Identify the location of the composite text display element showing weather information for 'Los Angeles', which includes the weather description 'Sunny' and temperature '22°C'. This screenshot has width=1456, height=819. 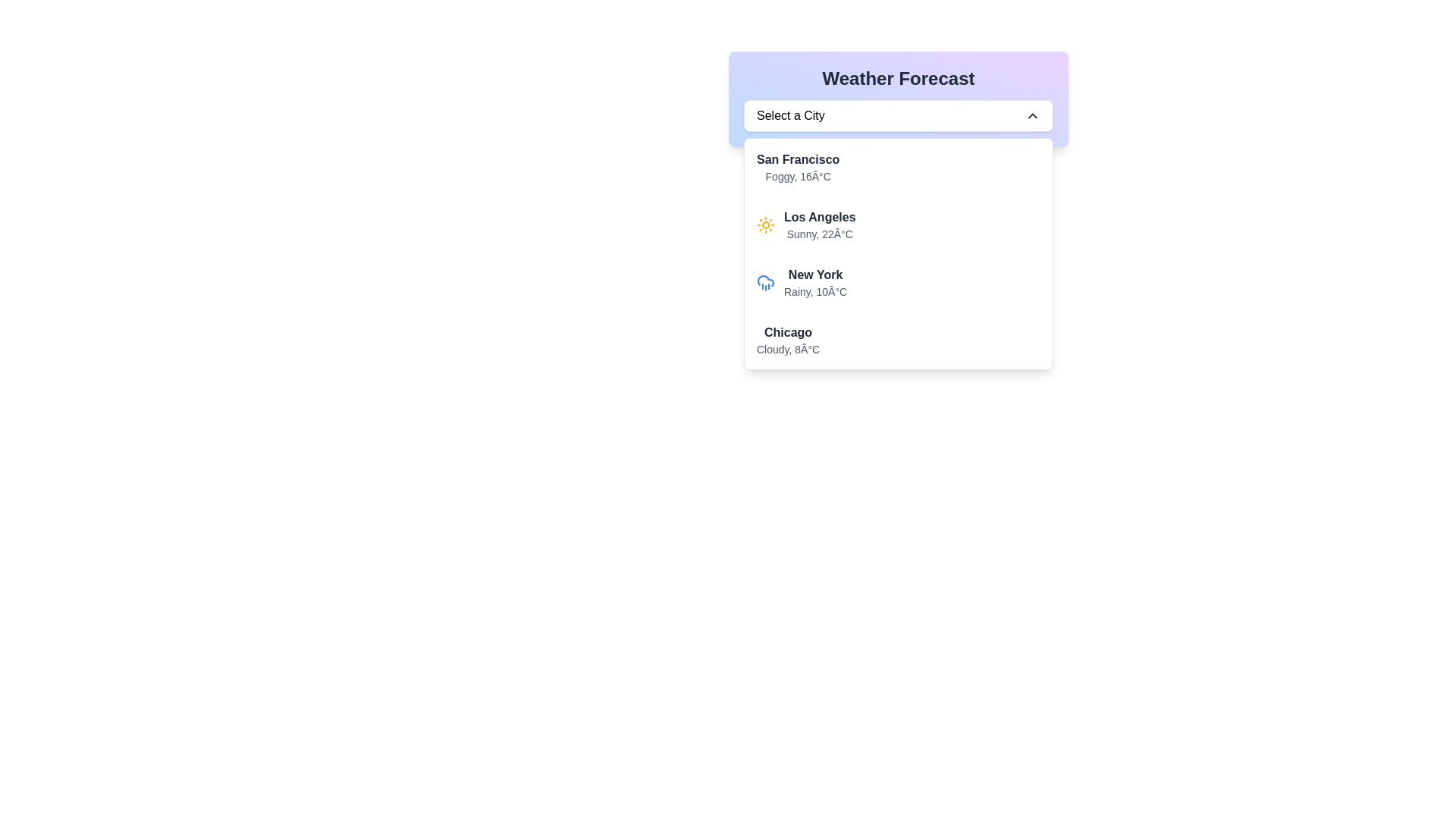
(818, 225).